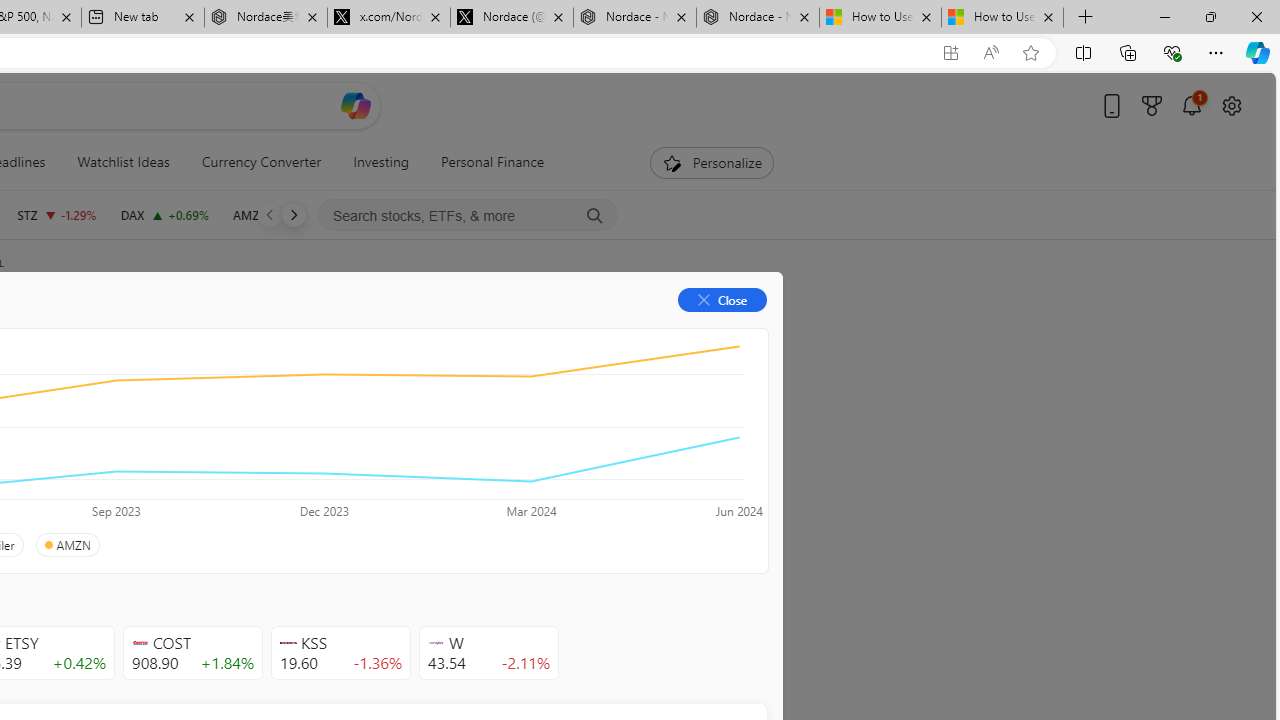 Image resolution: width=1280 pixels, height=720 pixels. I want to click on 'Nordace (@NordaceOfficial) / X', so click(512, 17).